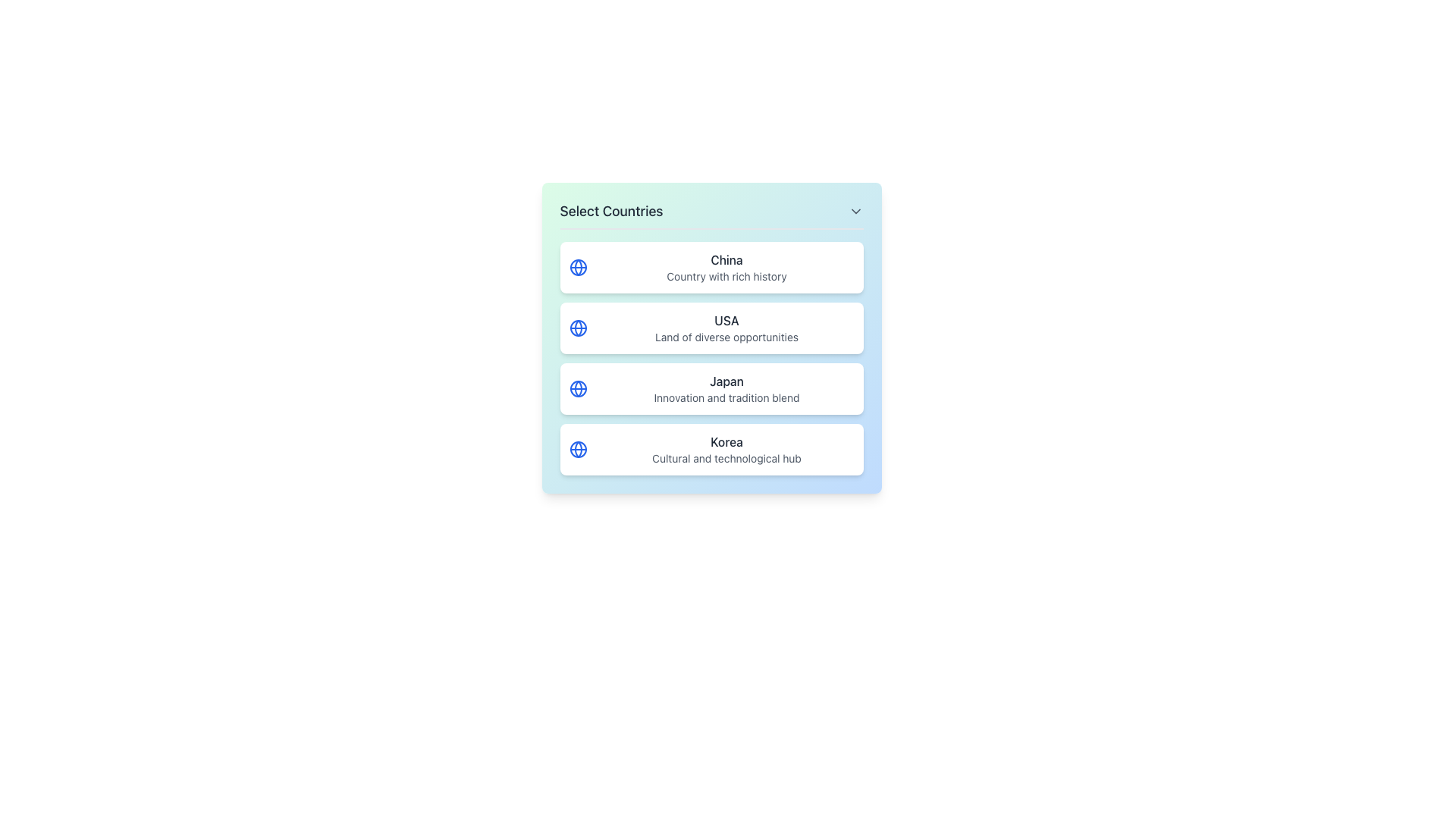  Describe the element at coordinates (711, 449) in the screenshot. I see `the button labeled 'Korea' with a globe icon` at that location.